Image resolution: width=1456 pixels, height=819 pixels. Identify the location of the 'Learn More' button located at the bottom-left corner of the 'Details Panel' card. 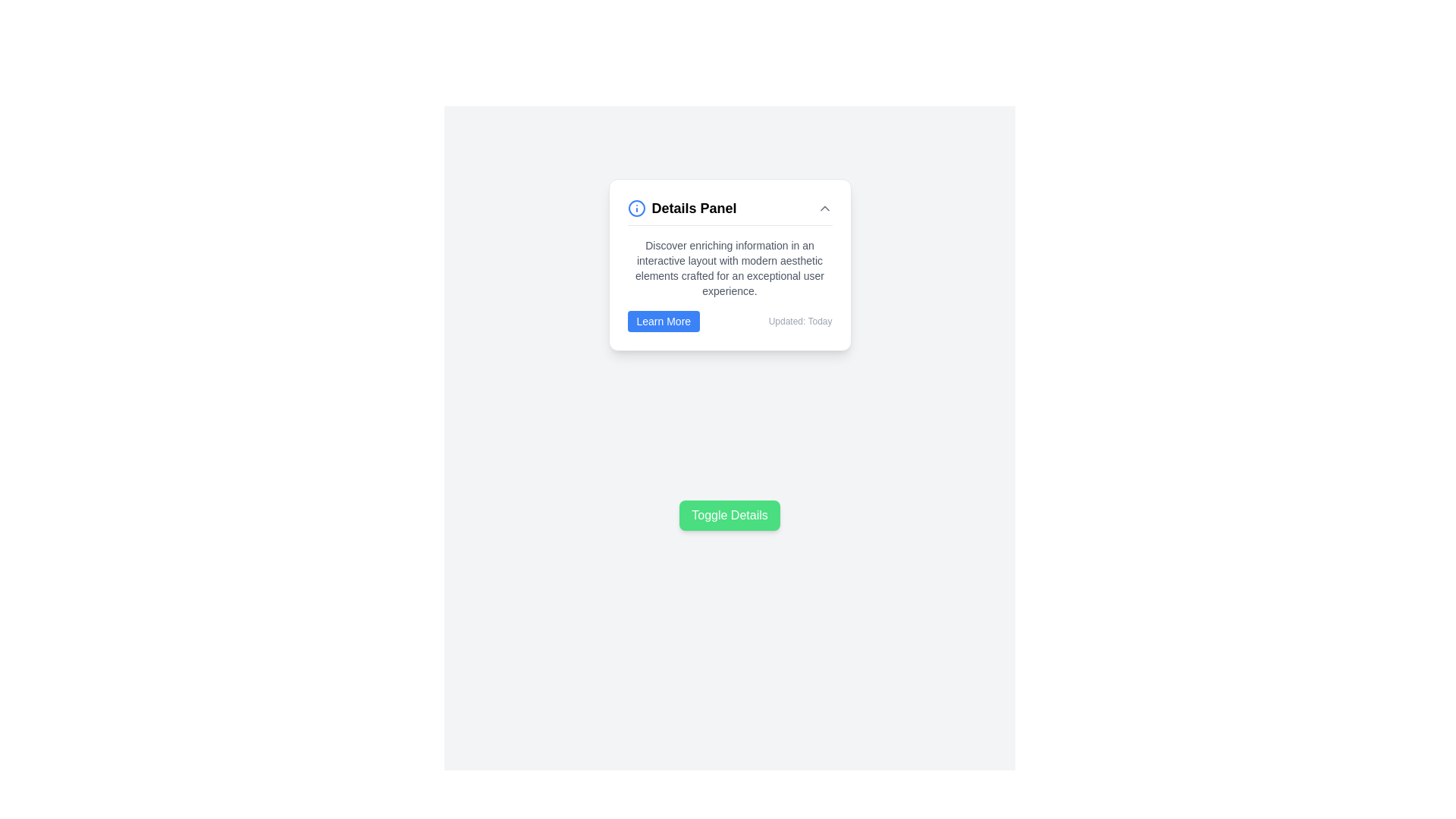
(664, 321).